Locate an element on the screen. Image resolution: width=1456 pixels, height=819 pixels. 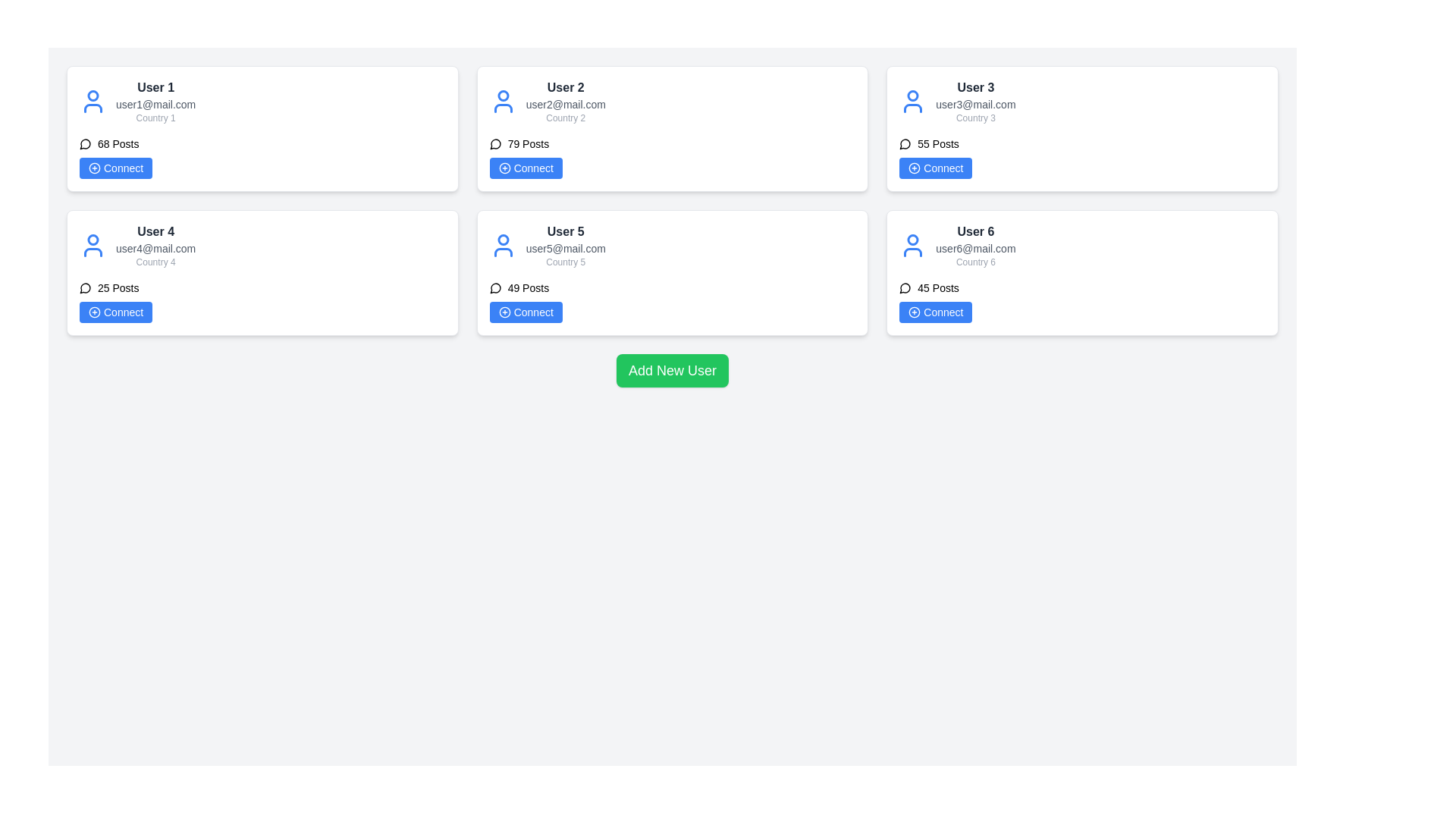
the speech bubble icon located to the left of '68 Posts', which is styled with thin lines in a minimalist design is located at coordinates (85, 143).